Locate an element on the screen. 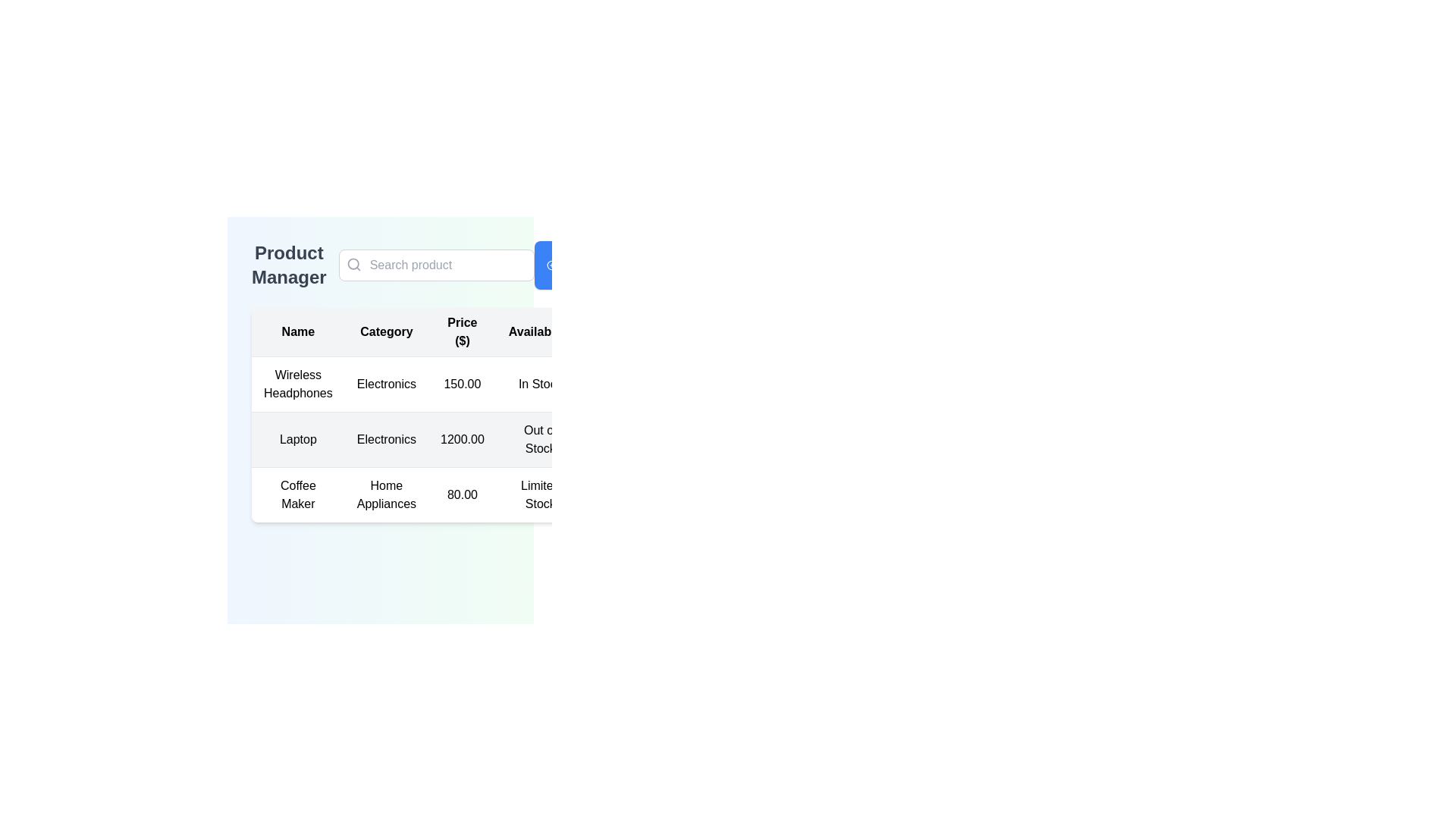 The width and height of the screenshot is (1456, 819). the search input box in the 'Product Manager' header is located at coordinates (381, 265).